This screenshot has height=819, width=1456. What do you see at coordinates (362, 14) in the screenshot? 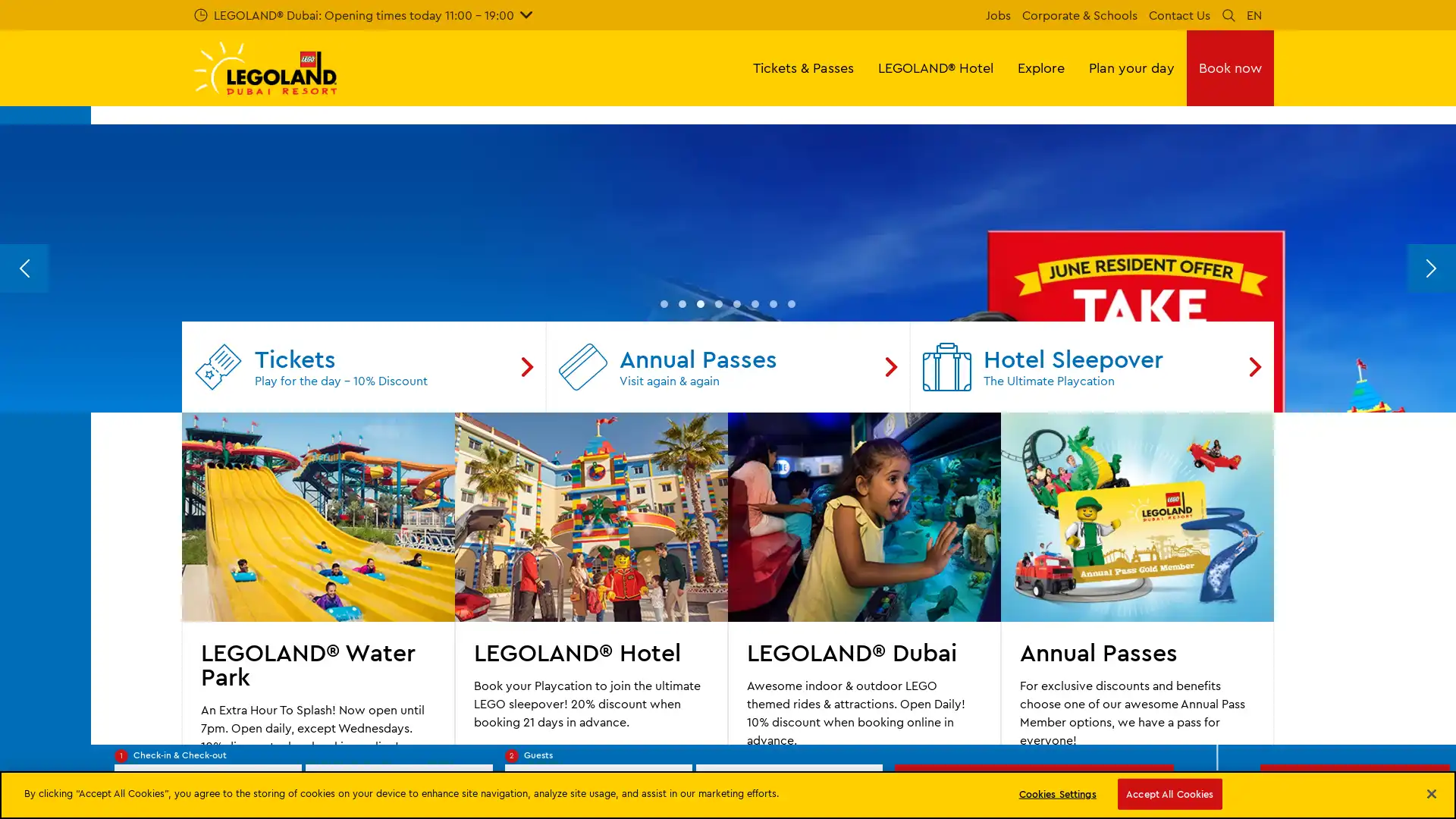
I see `LEGOLAND Dubai: Opening times today 11:00 - 19:00` at bounding box center [362, 14].